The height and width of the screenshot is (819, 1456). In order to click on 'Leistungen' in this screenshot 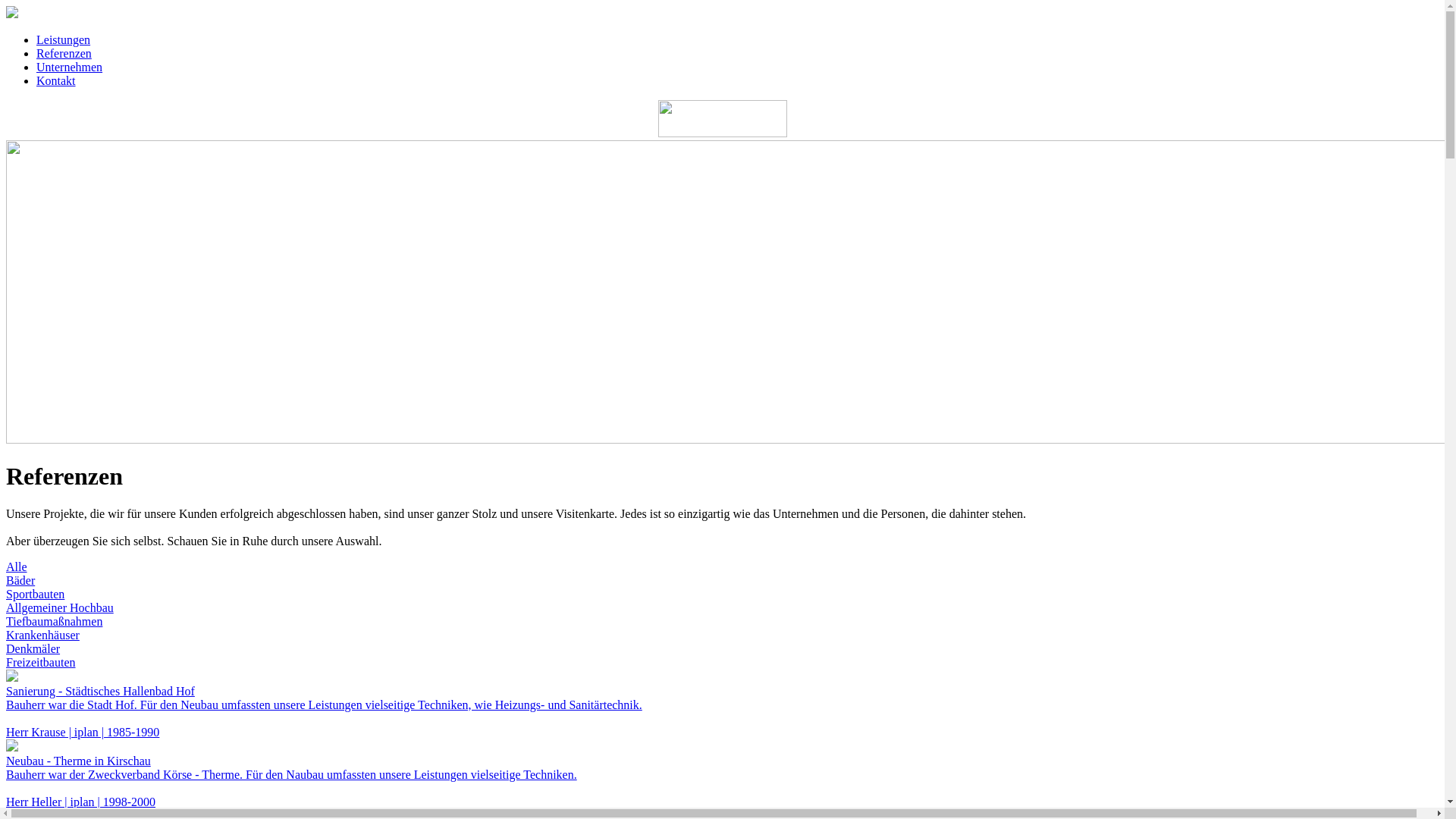, I will do `click(36, 39)`.